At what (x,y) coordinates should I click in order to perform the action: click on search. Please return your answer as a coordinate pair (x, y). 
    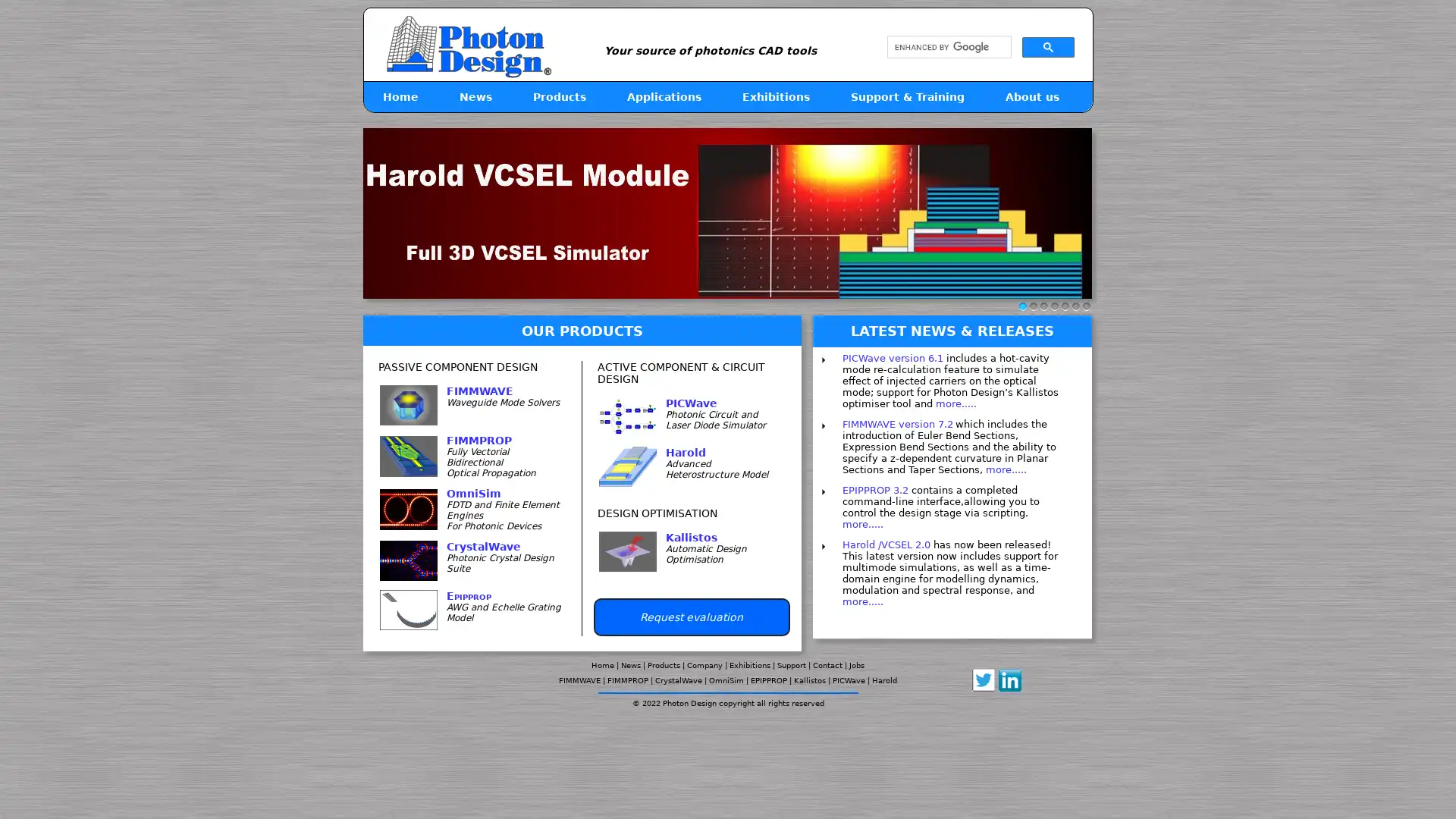
    Looking at the image, I should click on (1047, 45).